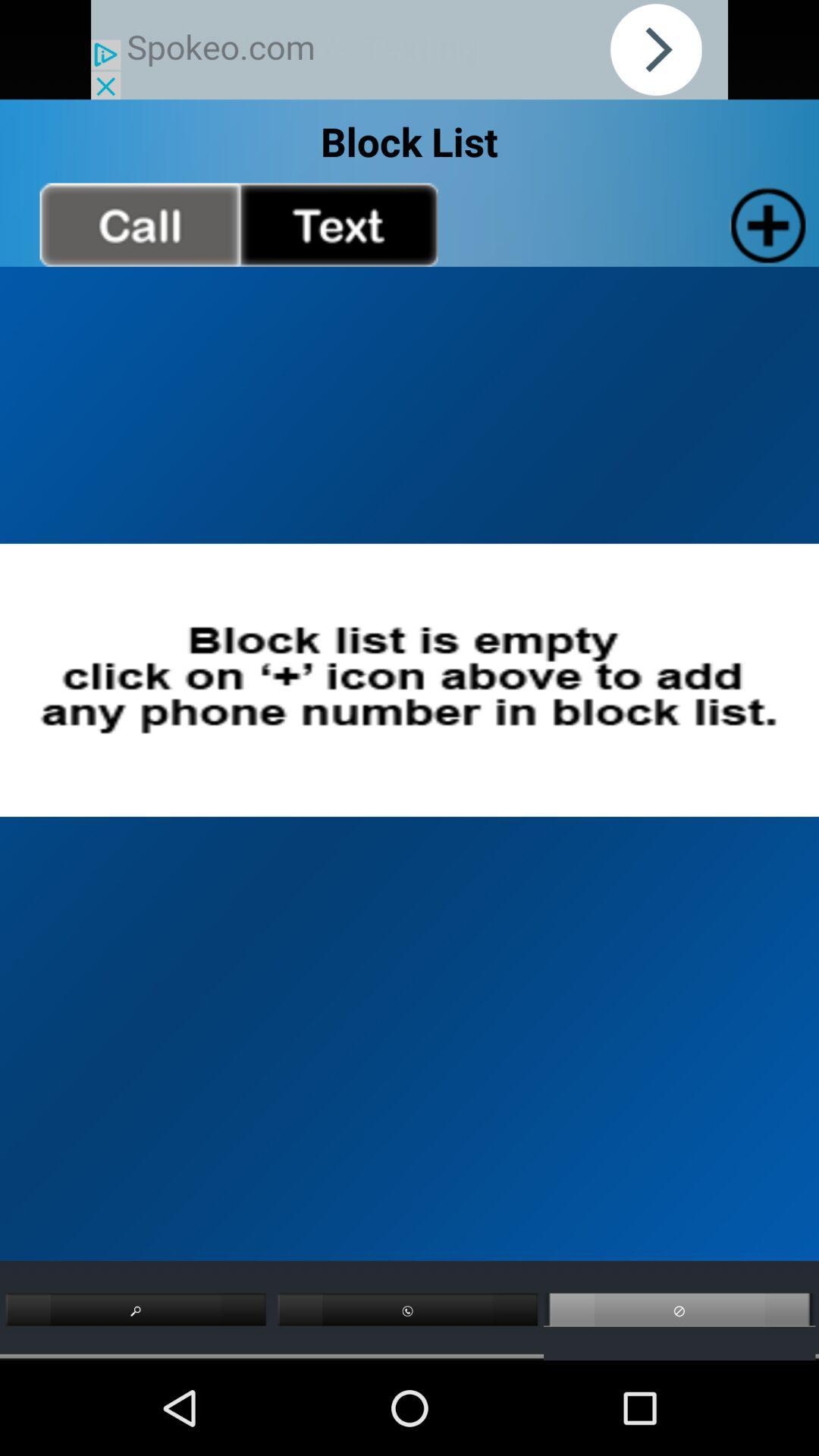  Describe the element at coordinates (337, 224) in the screenshot. I see `new text message` at that location.